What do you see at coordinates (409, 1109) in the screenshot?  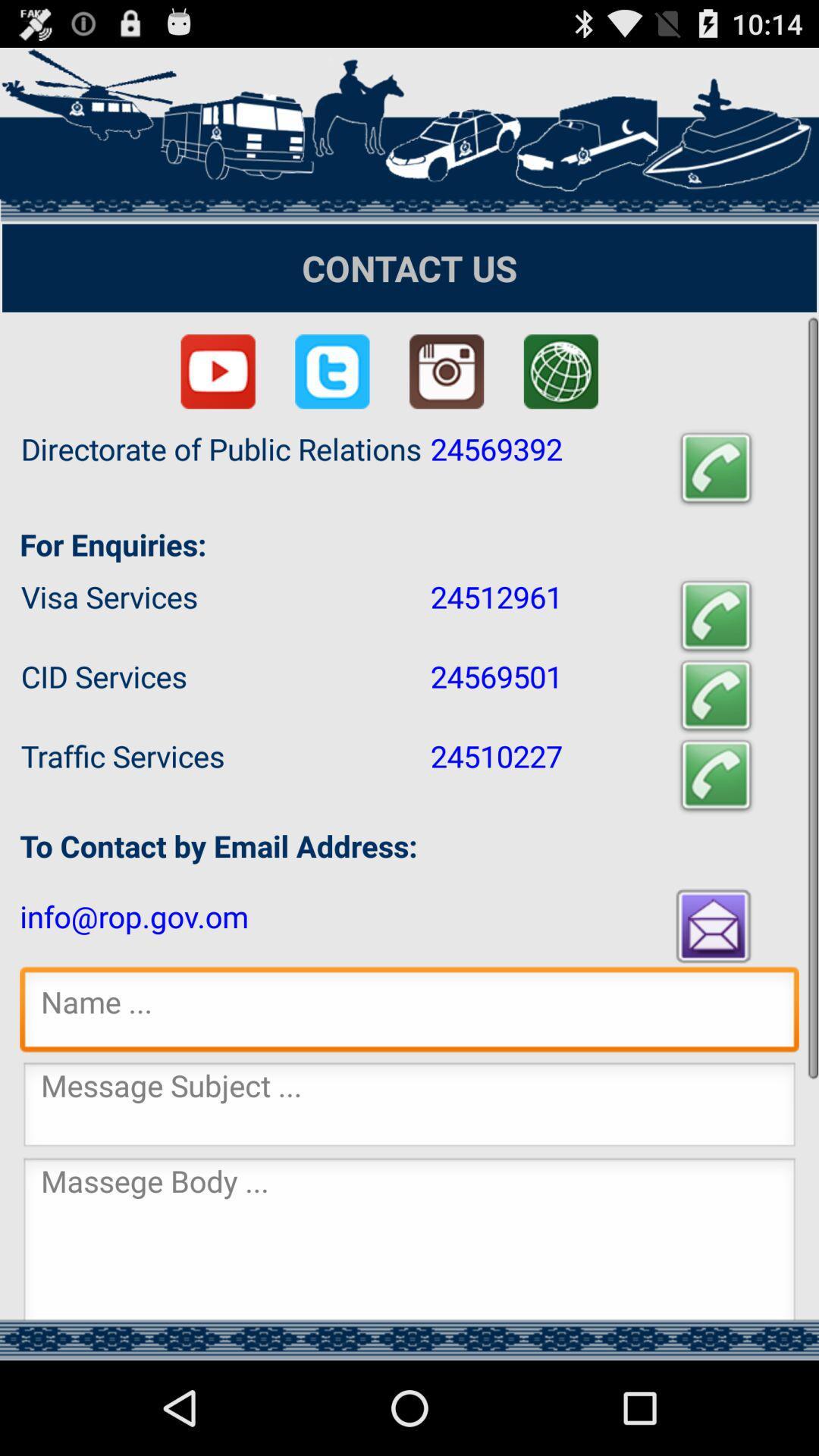 I see `input message subject` at bounding box center [409, 1109].